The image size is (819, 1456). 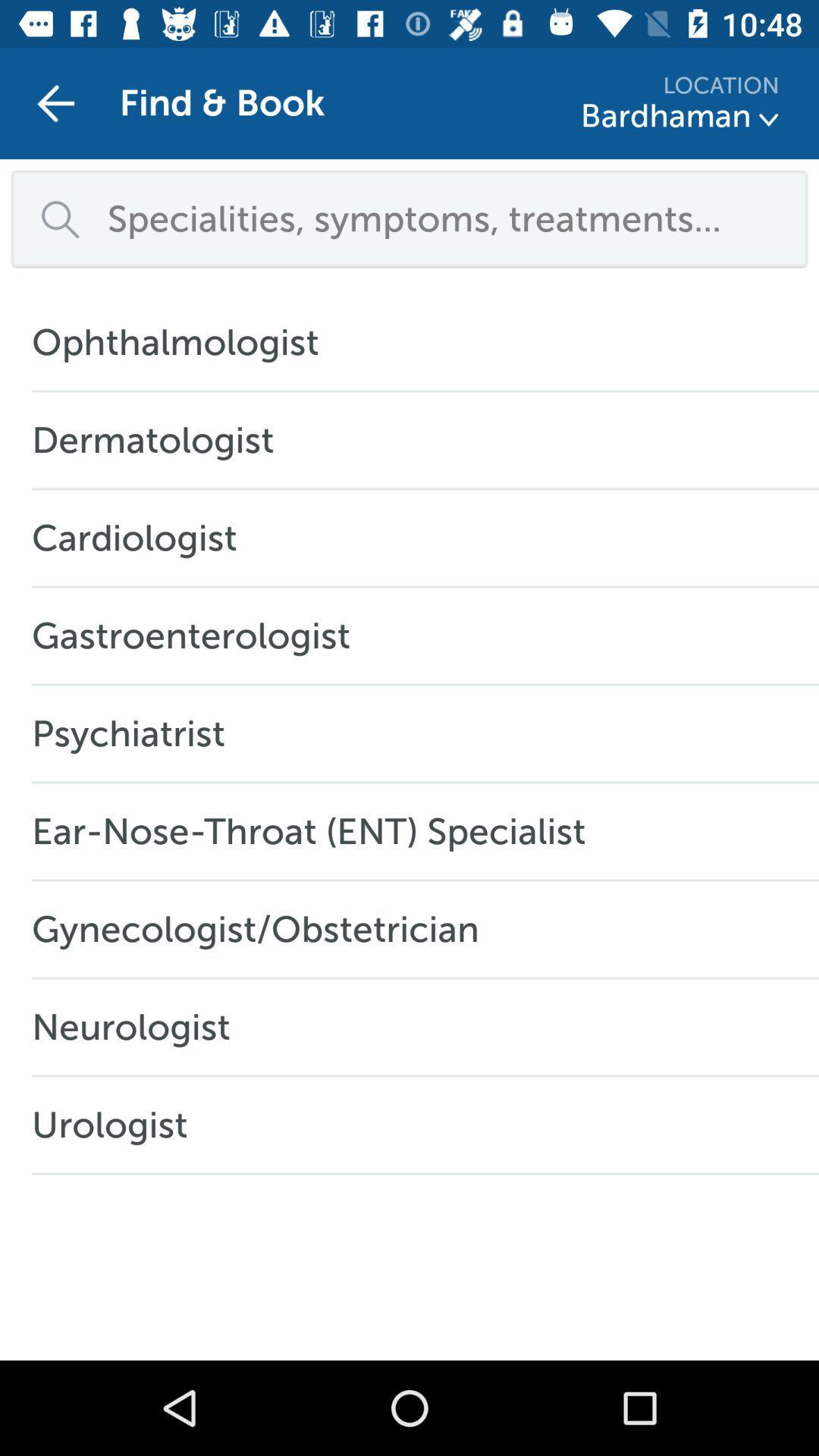 What do you see at coordinates (262, 928) in the screenshot?
I see `the gynecologist/obstetrician item` at bounding box center [262, 928].